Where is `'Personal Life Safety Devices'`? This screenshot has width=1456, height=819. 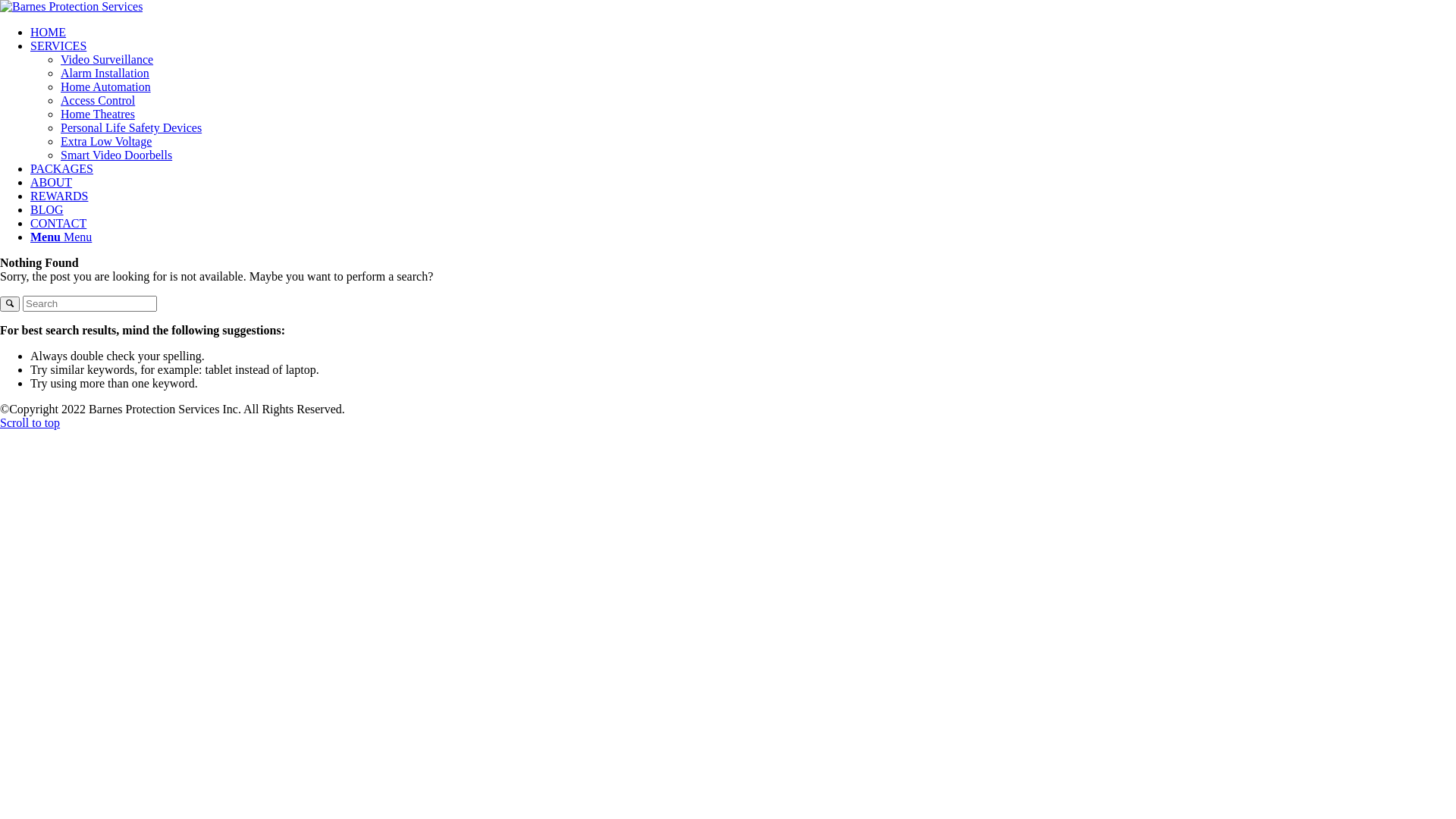
'Personal Life Safety Devices' is located at coordinates (61, 127).